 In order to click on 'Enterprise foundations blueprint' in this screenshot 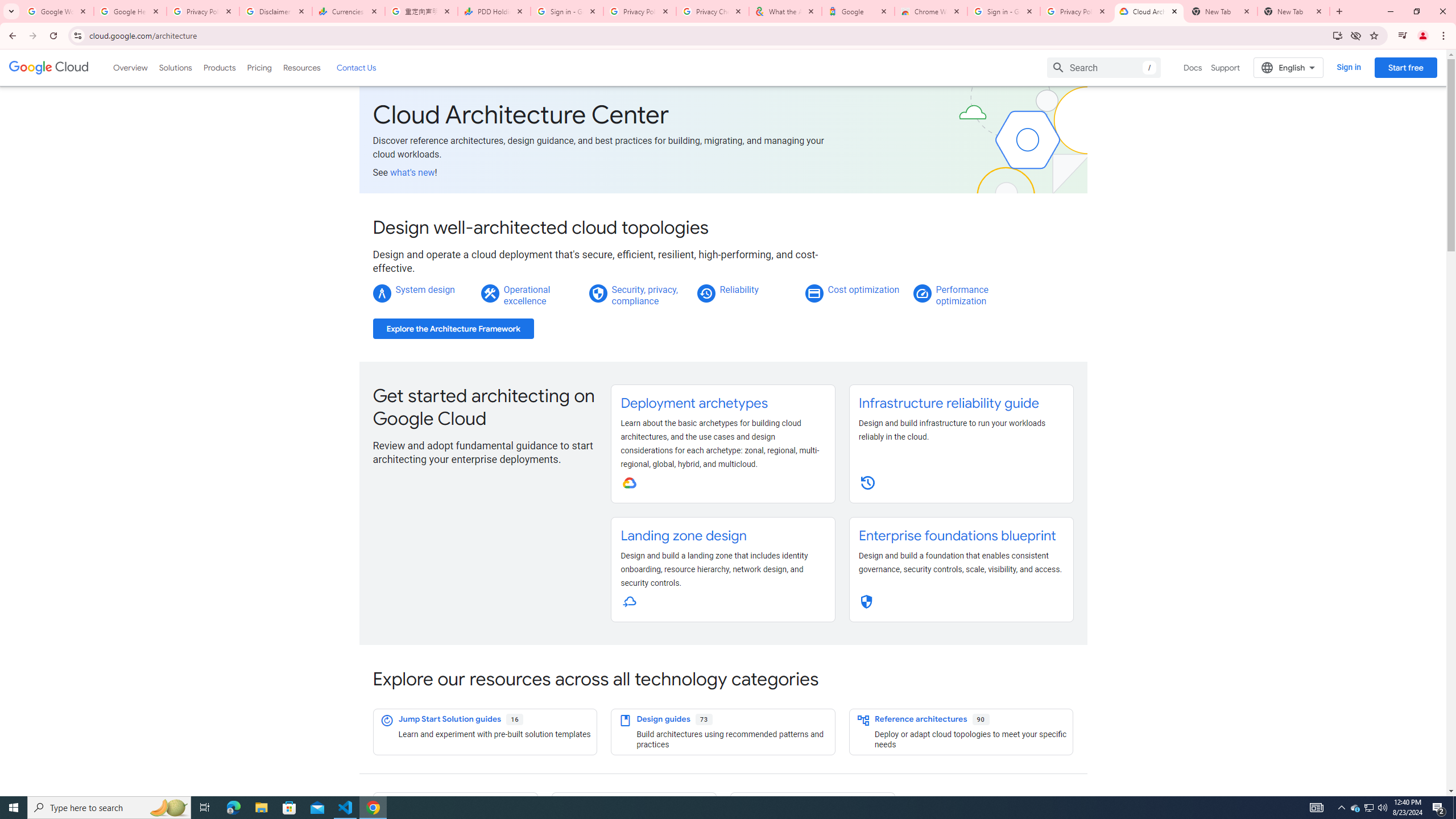, I will do `click(955, 536)`.